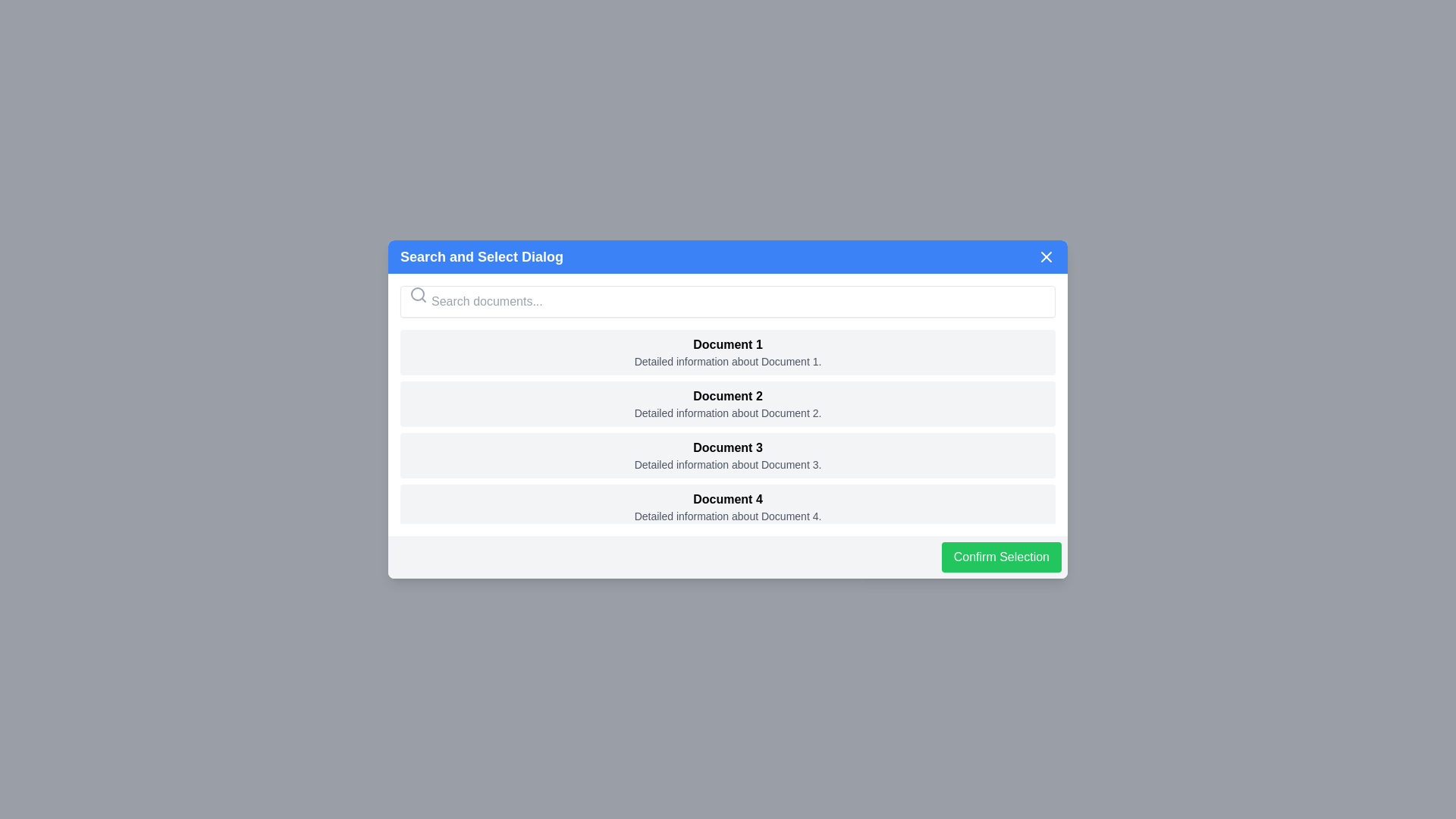 The width and height of the screenshot is (1456, 819). What do you see at coordinates (728, 507) in the screenshot?
I see `the document with title Document 4` at bounding box center [728, 507].